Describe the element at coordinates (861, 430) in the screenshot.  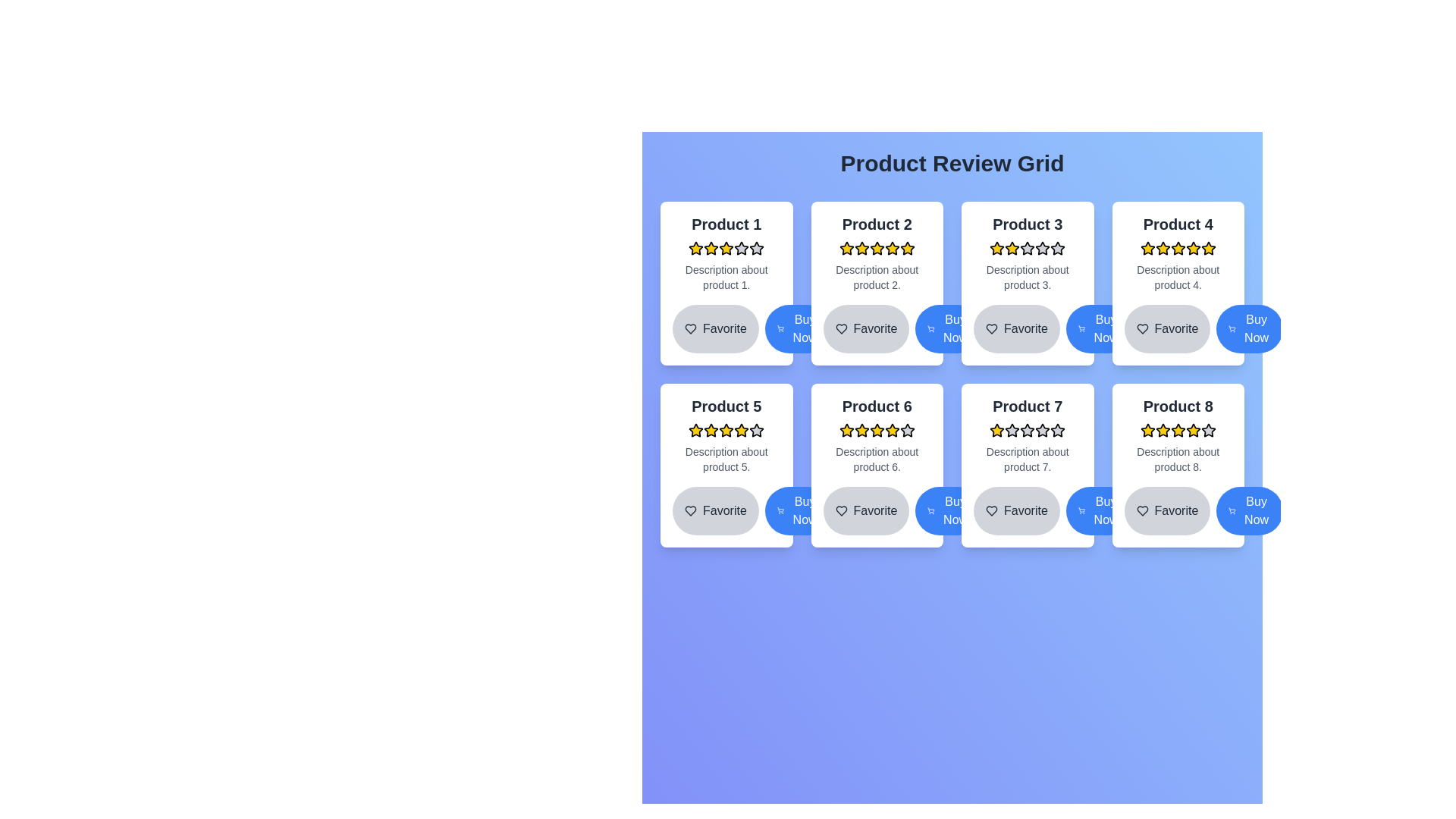
I see `the third yellow-filled star icon in the rating section for 'Product 6'` at that location.